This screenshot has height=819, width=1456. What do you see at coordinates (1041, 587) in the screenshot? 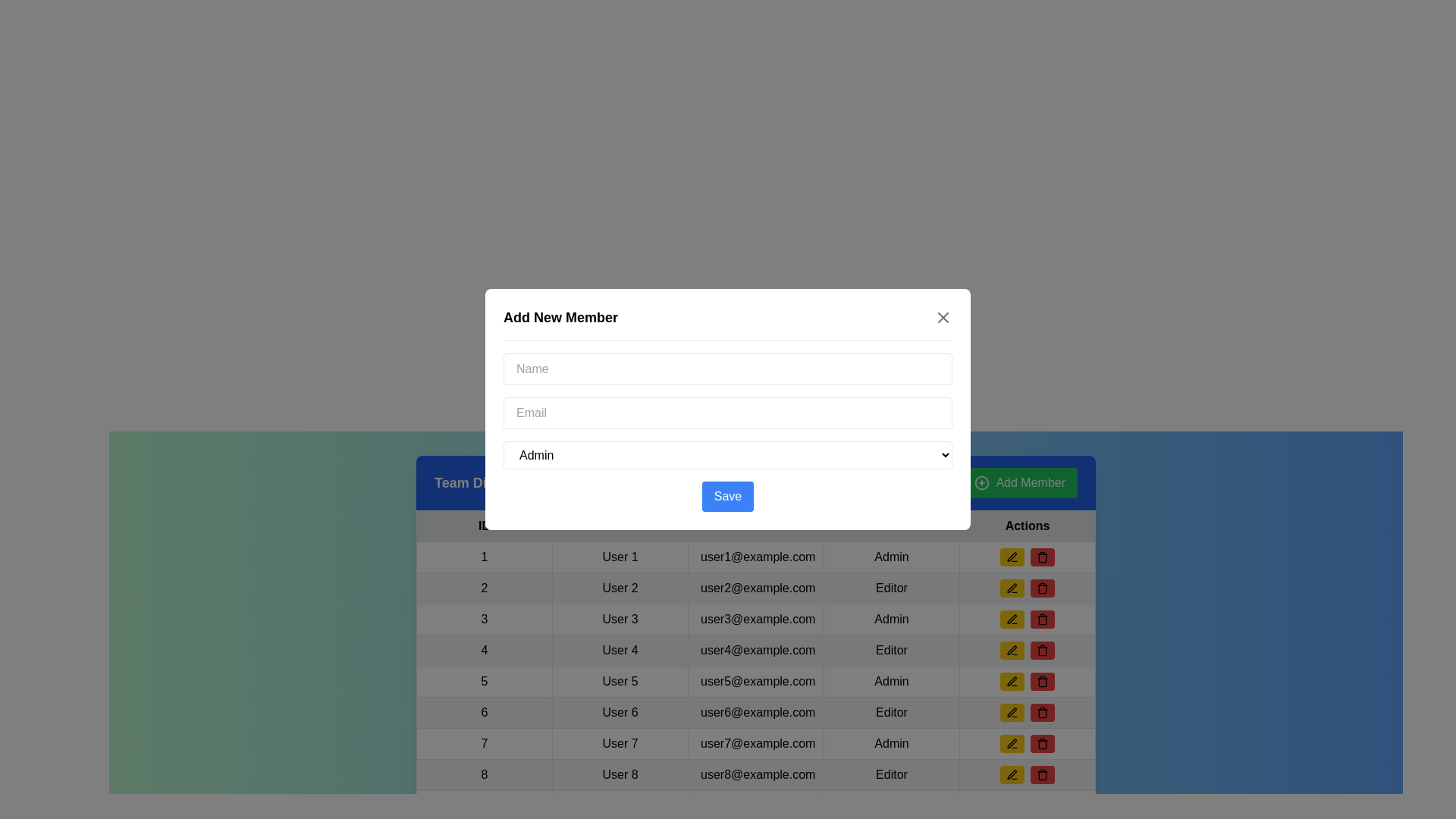
I see `the red circular icon button in the eighth row of the 'Actions' column` at bounding box center [1041, 587].